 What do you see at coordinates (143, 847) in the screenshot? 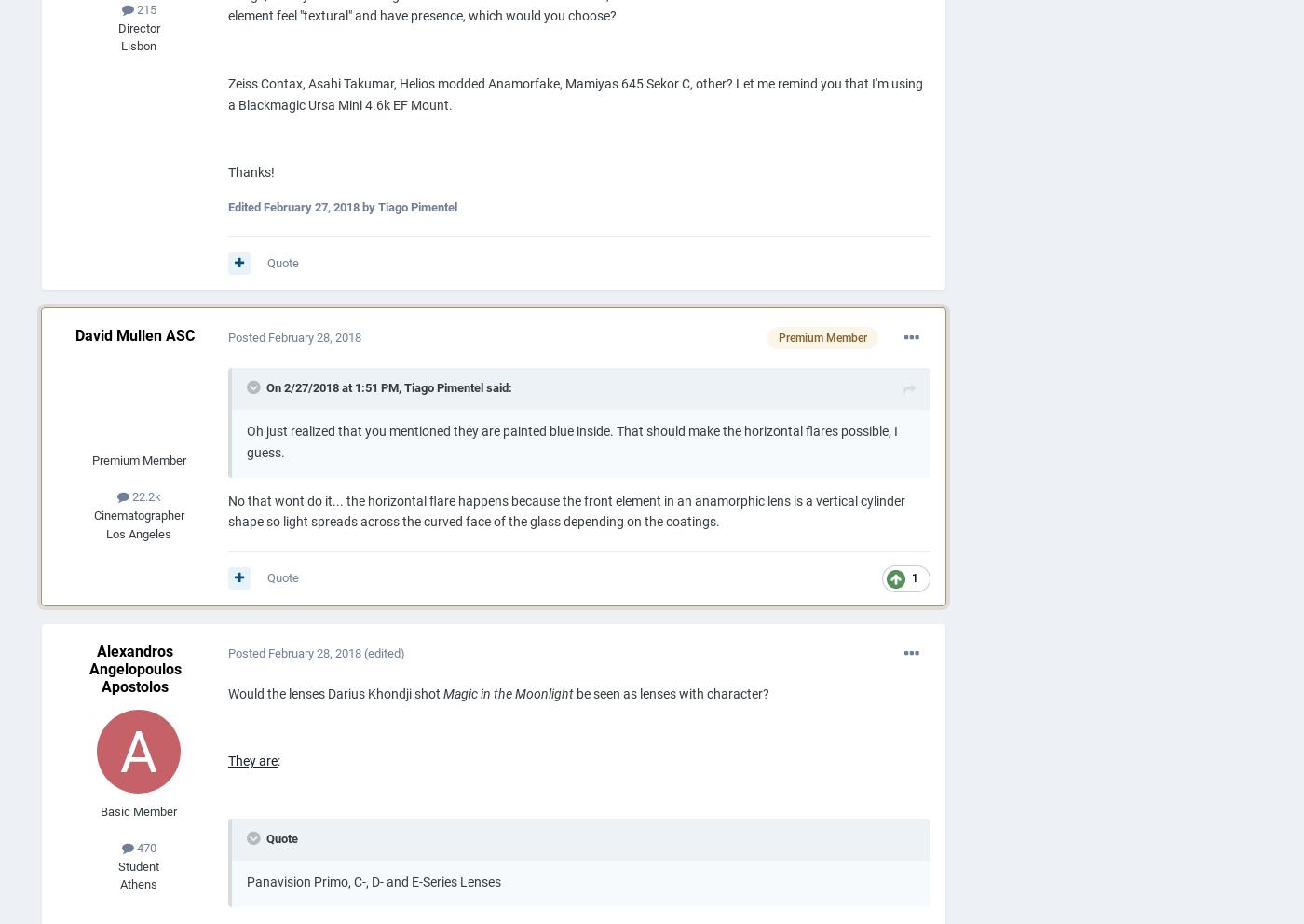
I see `'470'` at bounding box center [143, 847].